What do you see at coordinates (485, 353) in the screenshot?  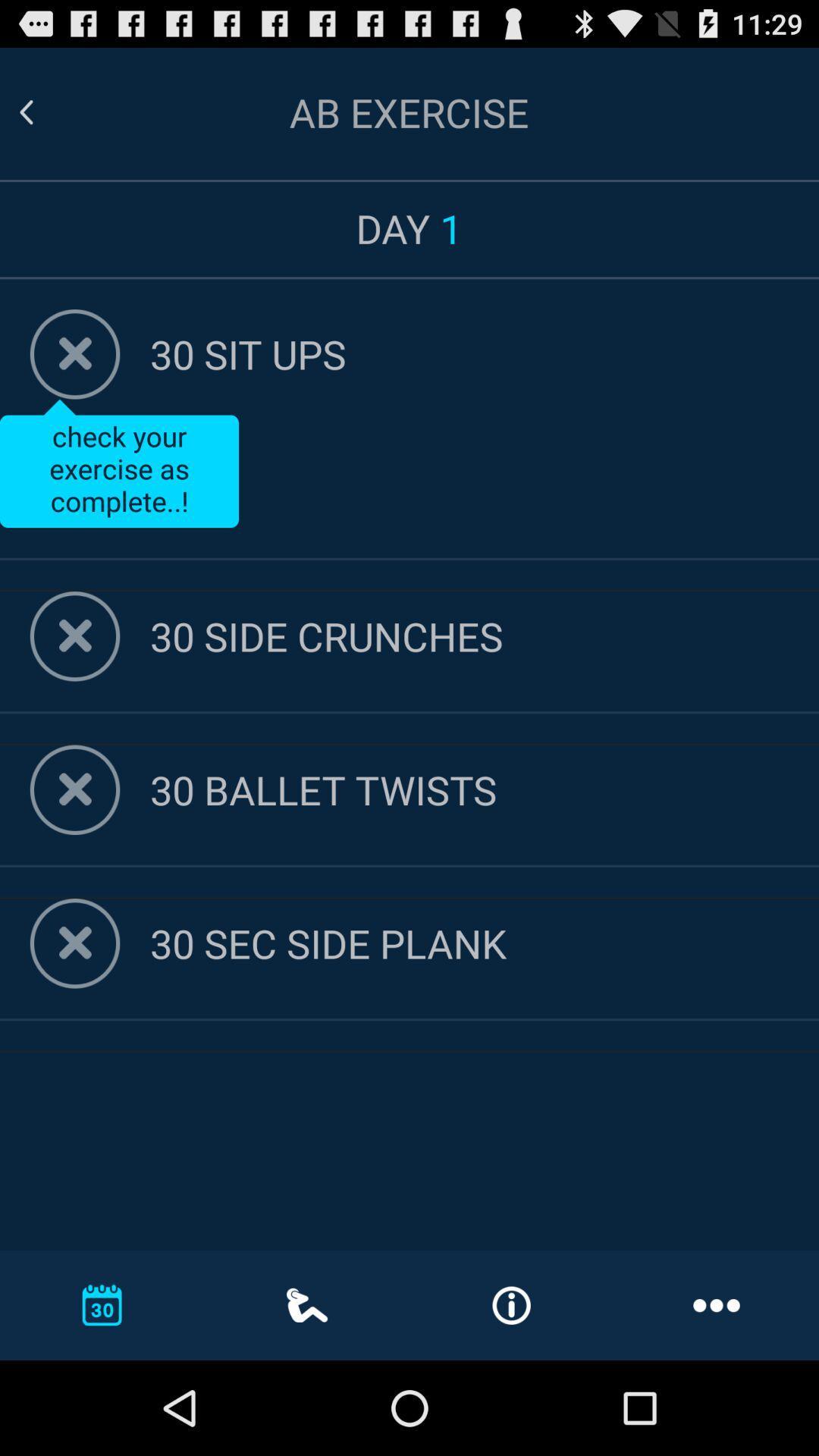 I see `30 sit ups icon` at bounding box center [485, 353].